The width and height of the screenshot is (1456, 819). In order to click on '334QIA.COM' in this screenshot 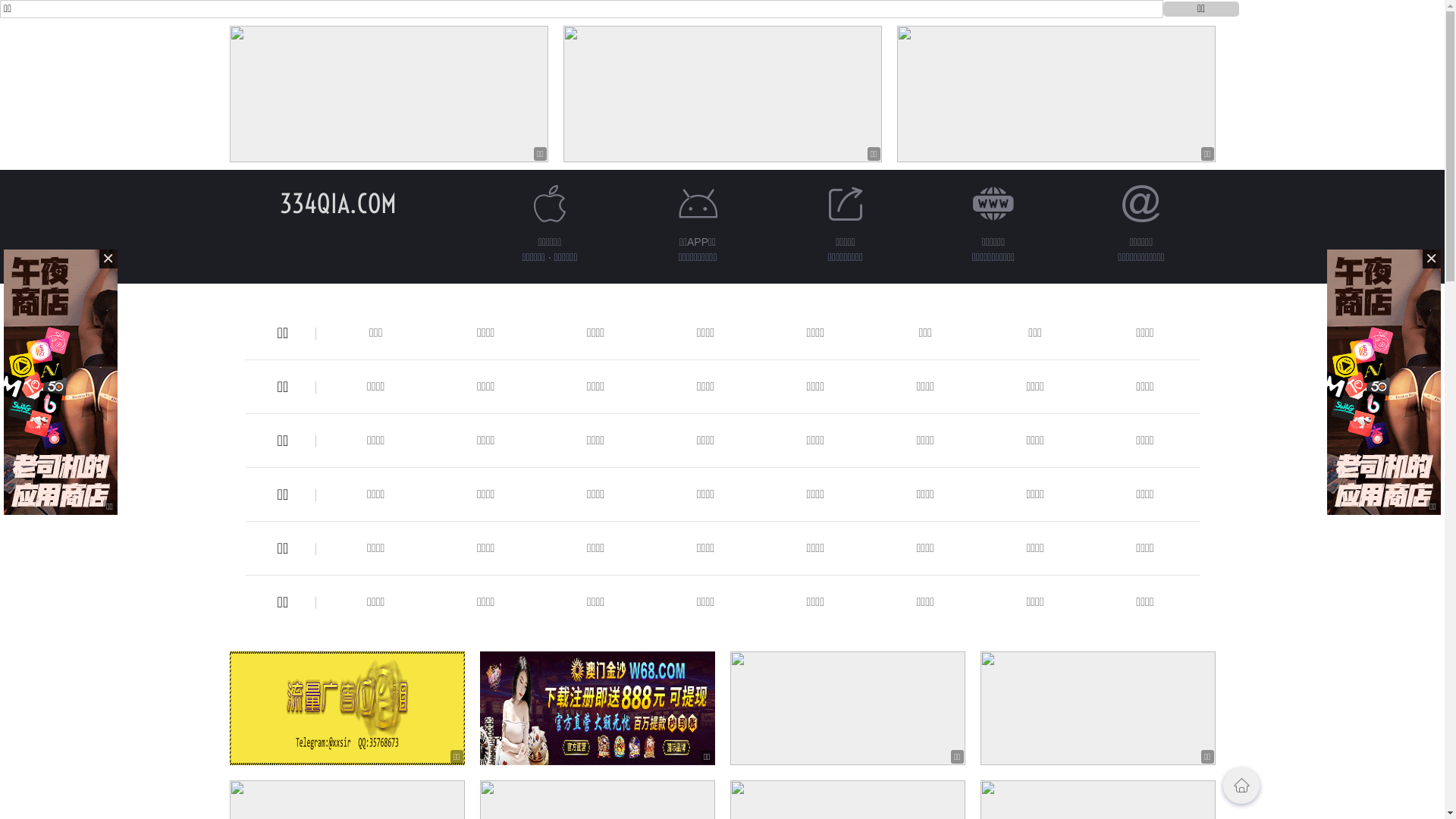, I will do `click(337, 202)`.